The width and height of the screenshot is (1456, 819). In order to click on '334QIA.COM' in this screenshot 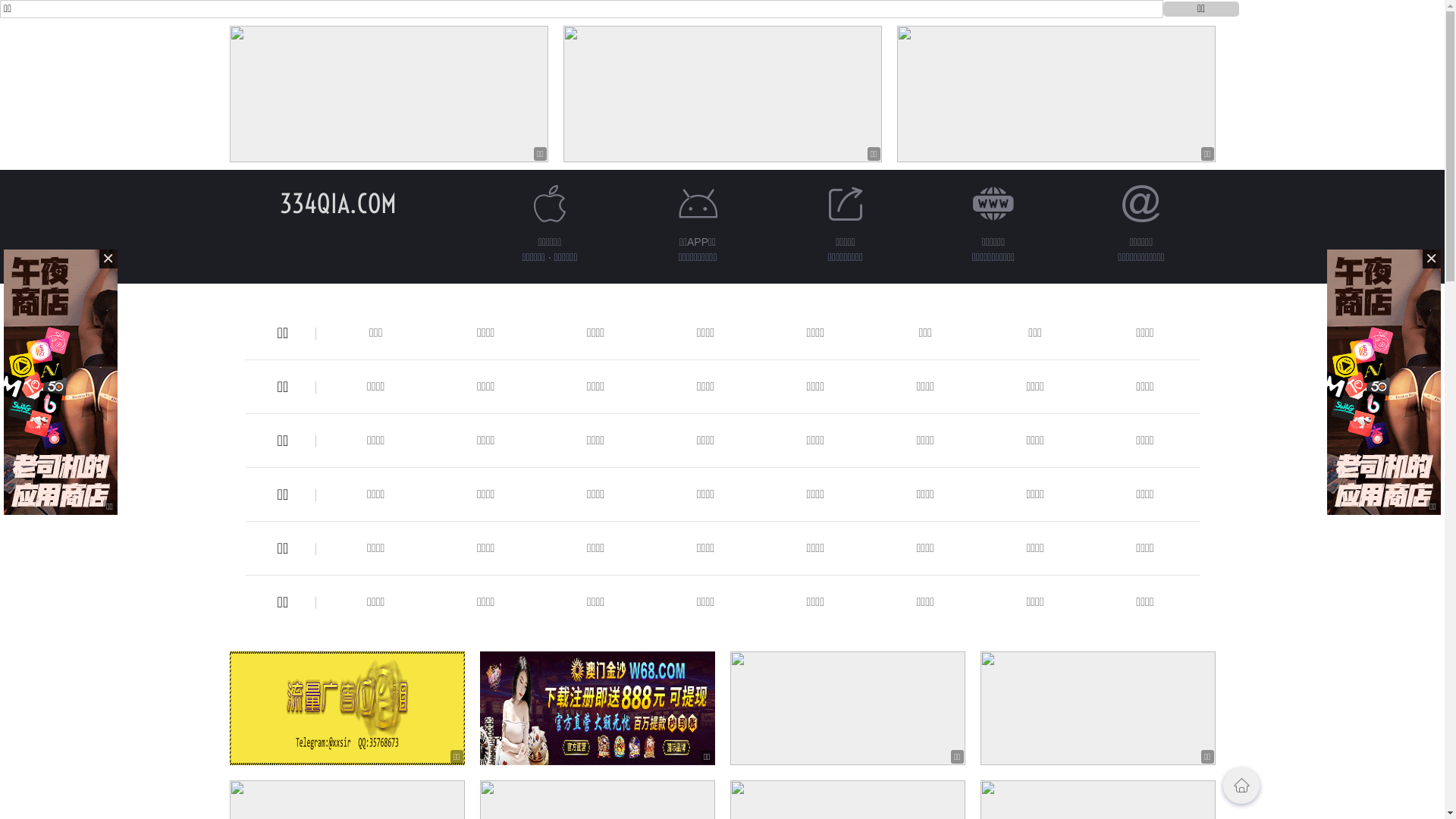, I will do `click(337, 202)`.